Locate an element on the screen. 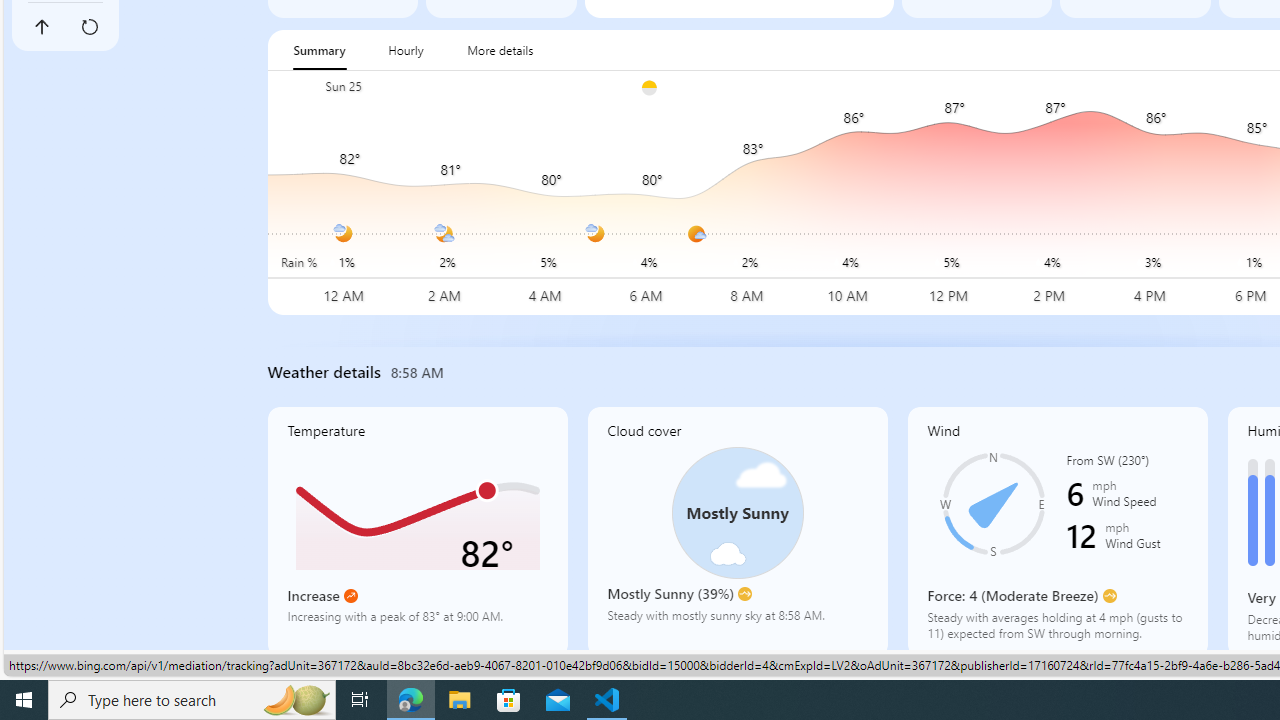 This screenshot has width=1280, height=720. 'Increase' is located at coordinates (350, 595).